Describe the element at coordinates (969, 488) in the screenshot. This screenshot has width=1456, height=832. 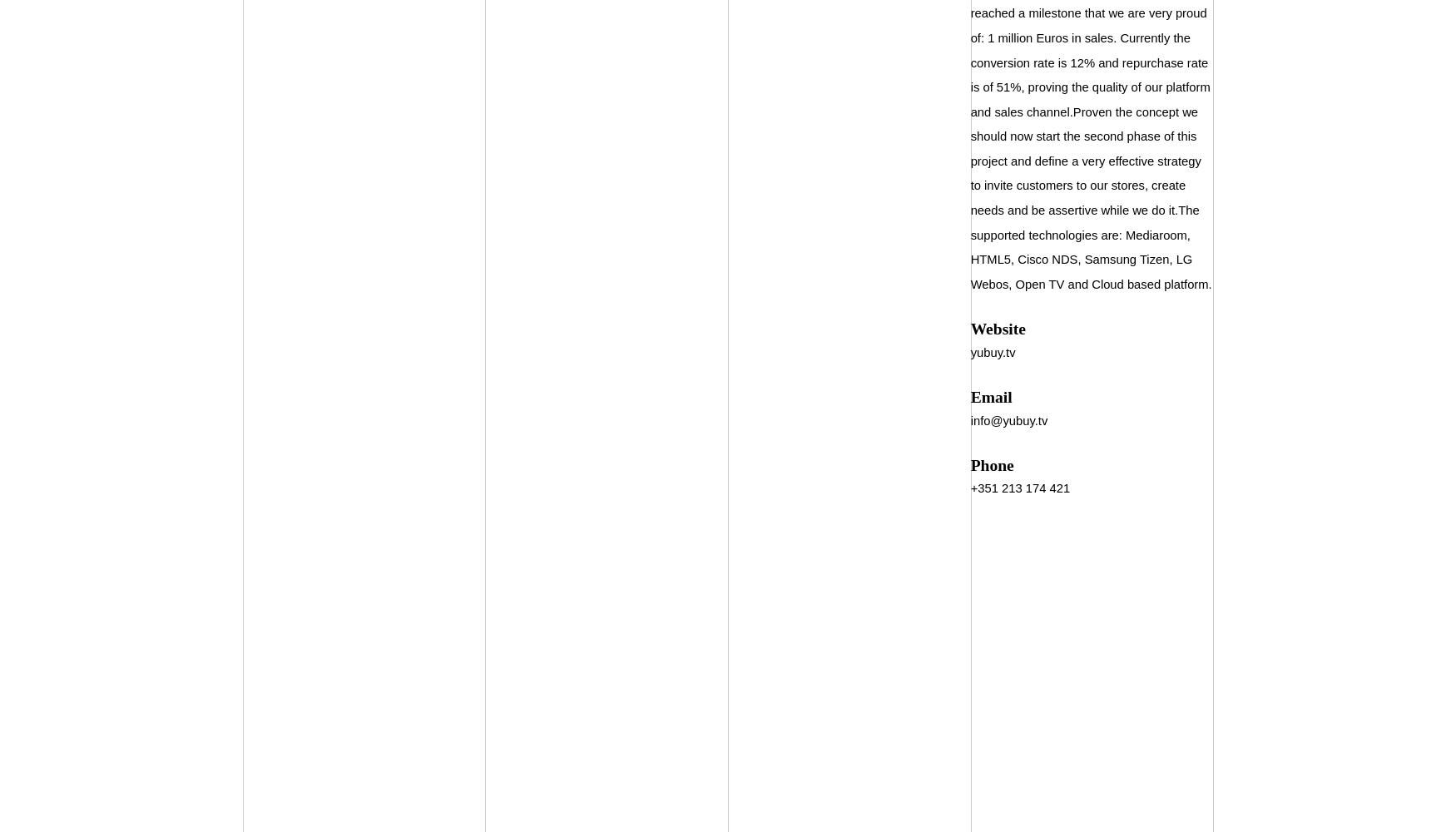
I see `'+351 213 174 421'` at that location.